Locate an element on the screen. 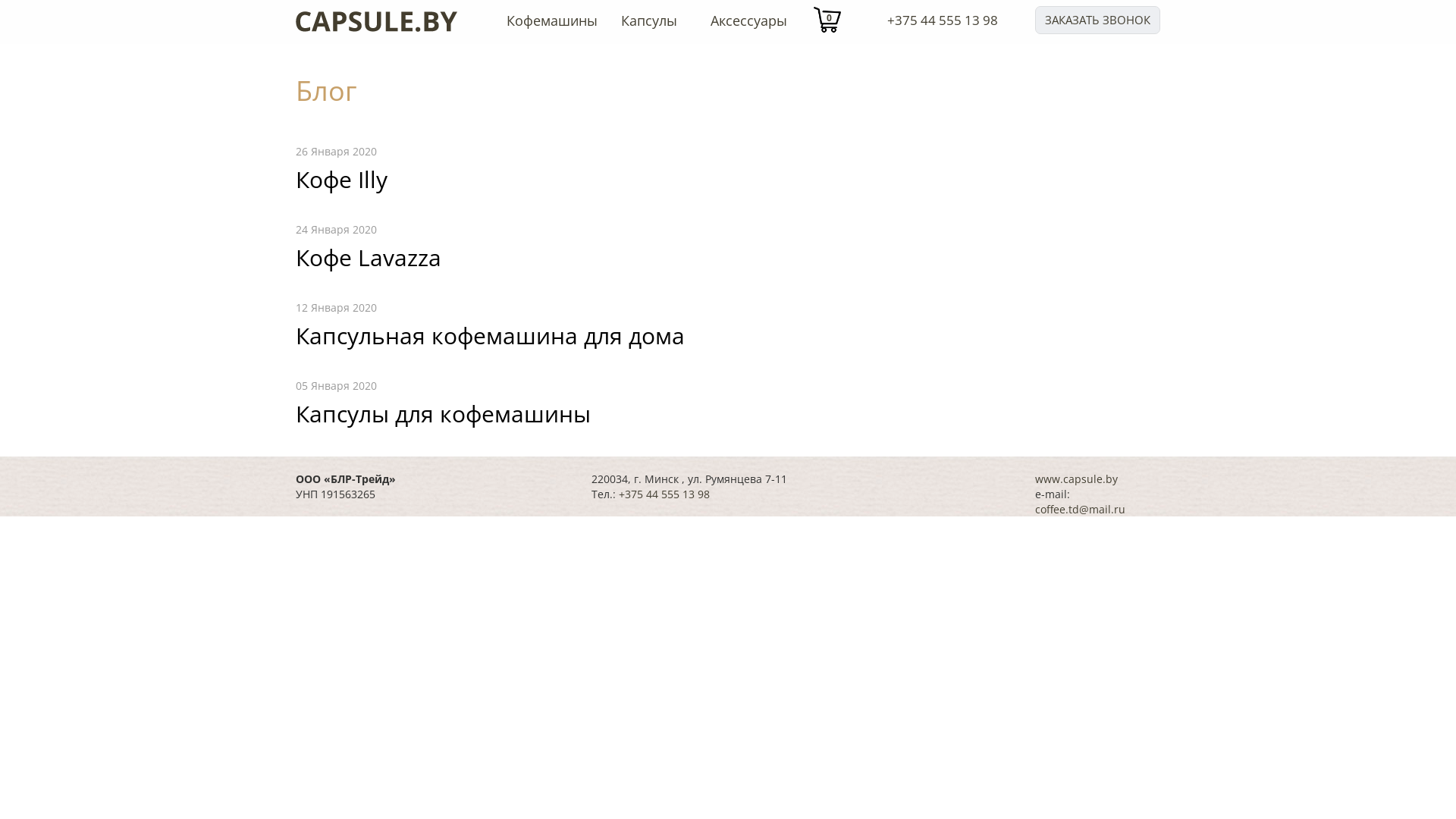 This screenshot has width=1456, height=819. 'coffee.td@mail.ru' is located at coordinates (1079, 509).